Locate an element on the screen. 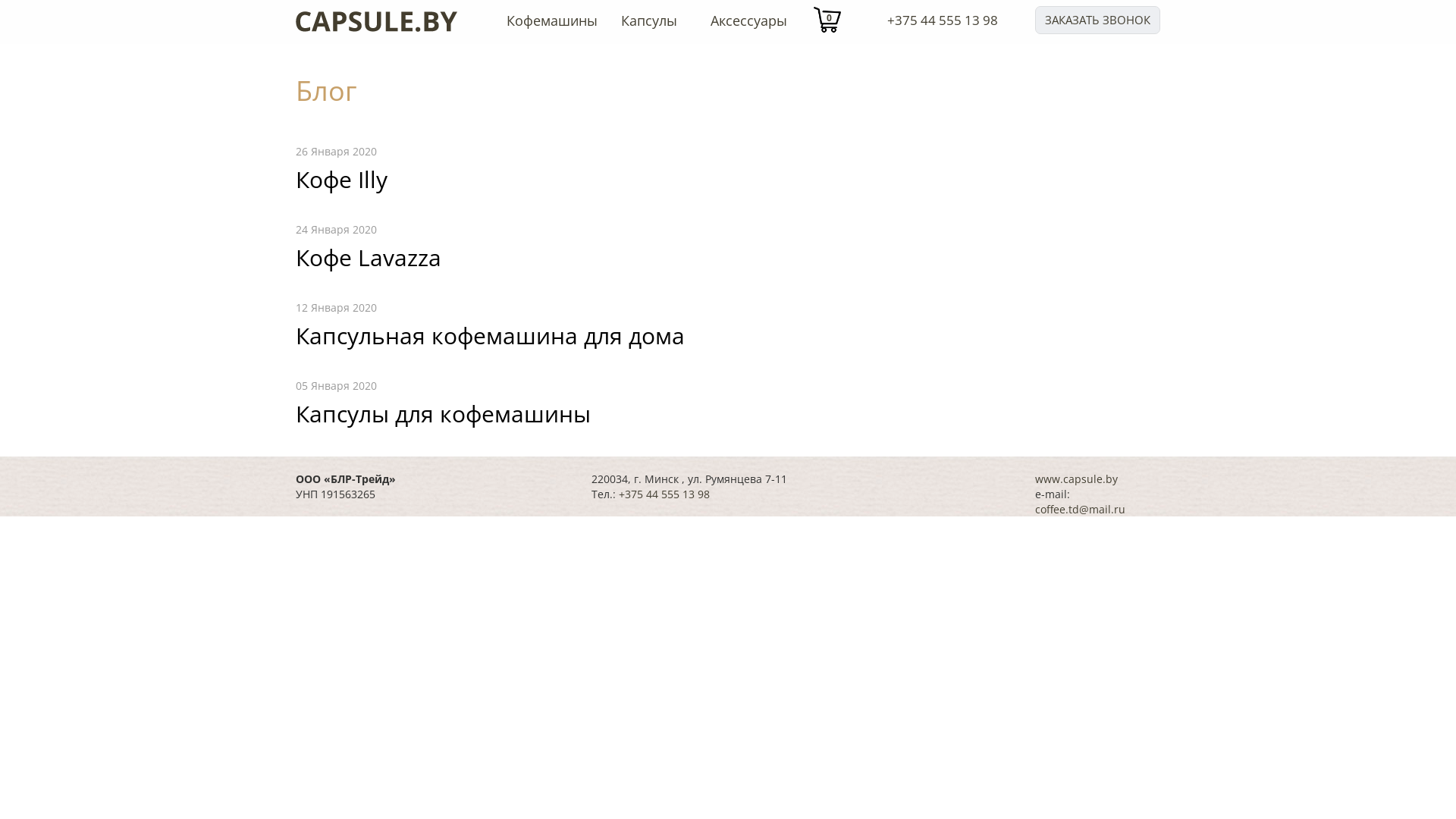 This screenshot has width=1456, height=819. 'coffee.td@mail.ru' is located at coordinates (1079, 509).